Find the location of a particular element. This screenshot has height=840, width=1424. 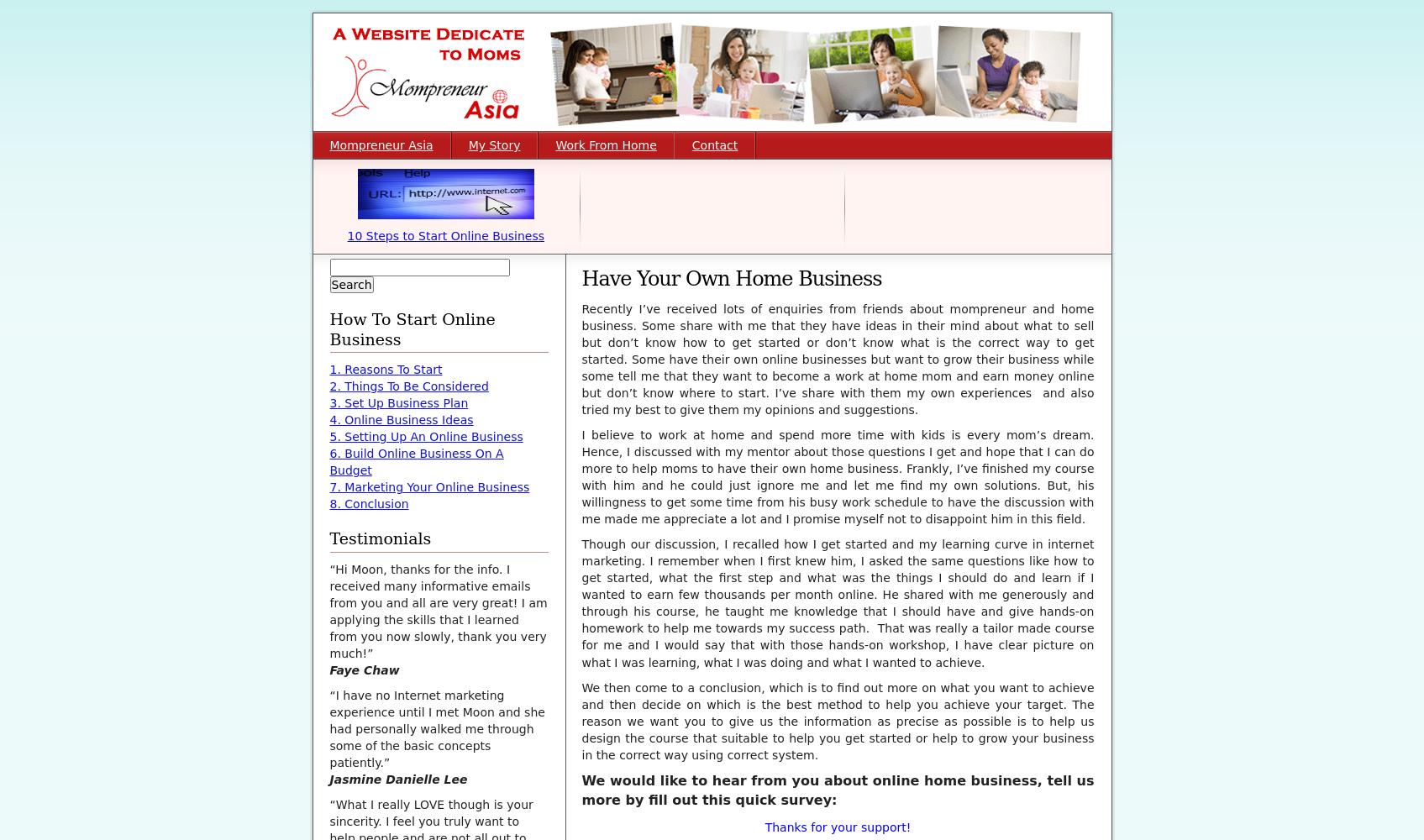

'I believe to work at home and spend more time with kids is every mom’s dream. Hence, I discussed with my mentor about those questions I get and hope that I can do more to help moms to have their own home business. Frankly, I’ve finished my course with him and he could just ignore me and let me find my own solutions. But, his willingness to get some time from his busy work schedule to have the discussion with me made me appreciate a lot and I promise myself not to disappoint him in this field.' is located at coordinates (836, 475).